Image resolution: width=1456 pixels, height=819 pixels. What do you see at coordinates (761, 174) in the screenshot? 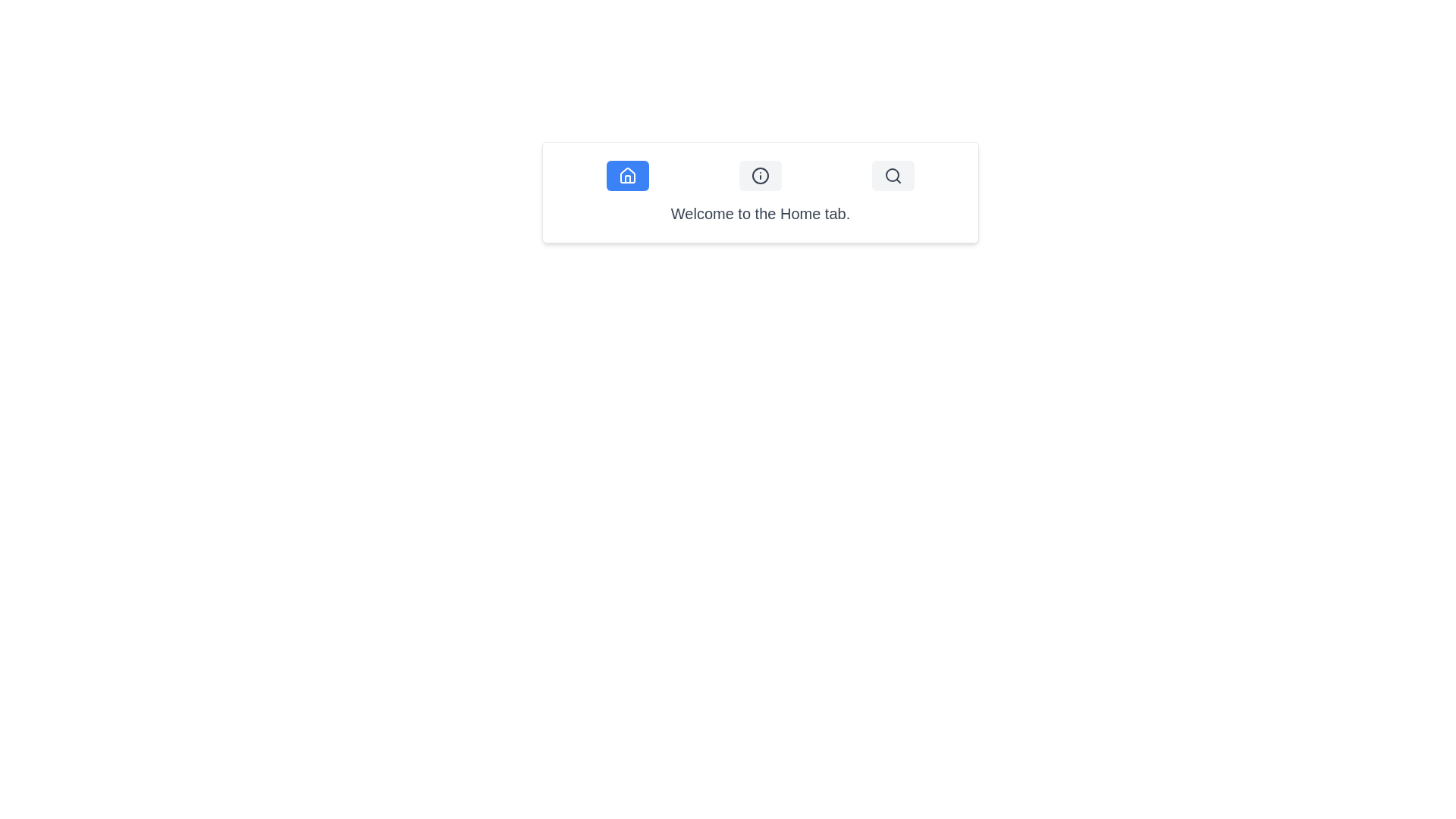
I see `the circular button with a light gray background and a darker gray outline that contains a centered 'i' icon, located between a blue house button and a gray magnifying glass button` at bounding box center [761, 174].